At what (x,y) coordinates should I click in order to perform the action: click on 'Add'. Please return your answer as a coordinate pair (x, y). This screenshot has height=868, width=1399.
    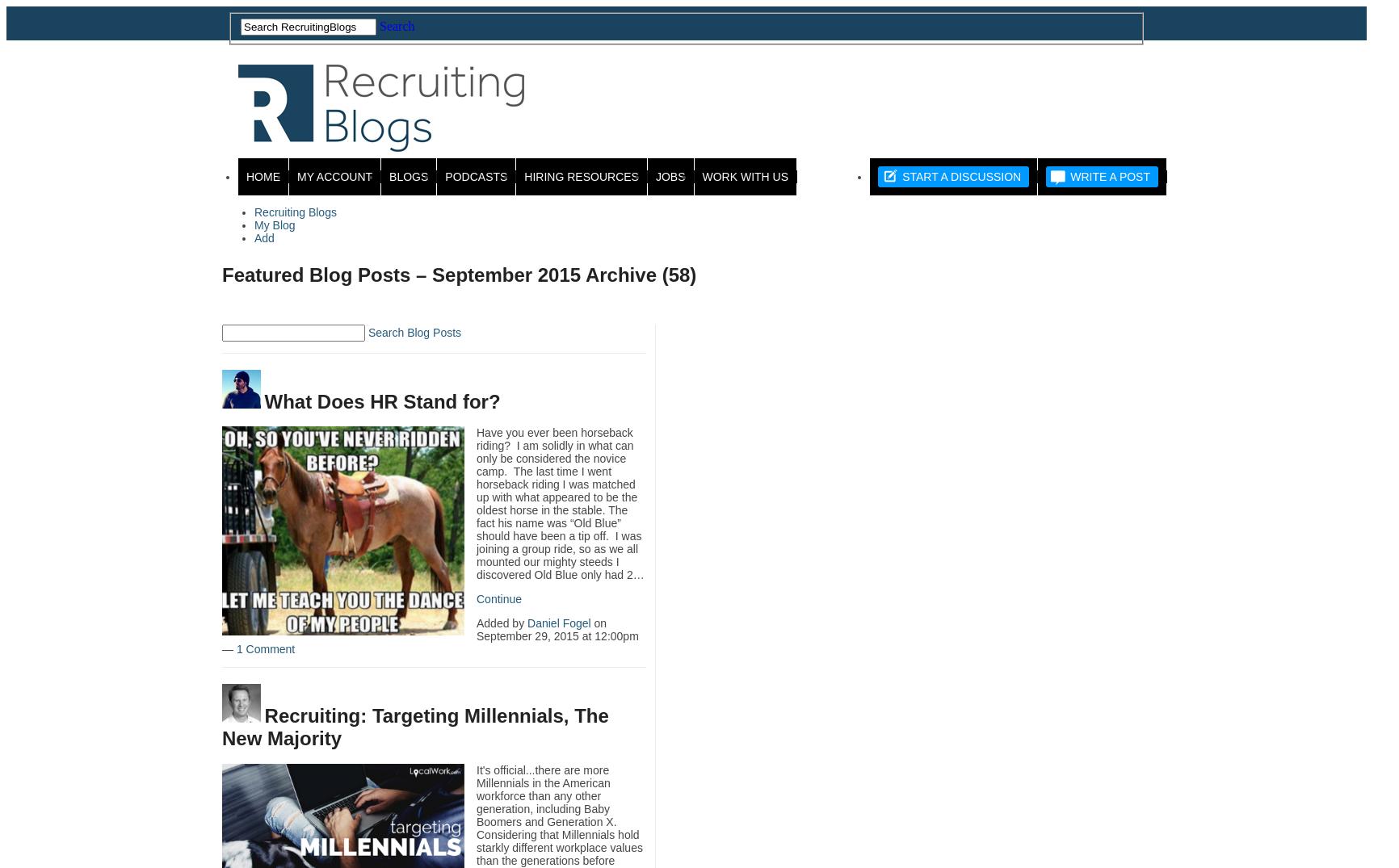
    Looking at the image, I should click on (263, 237).